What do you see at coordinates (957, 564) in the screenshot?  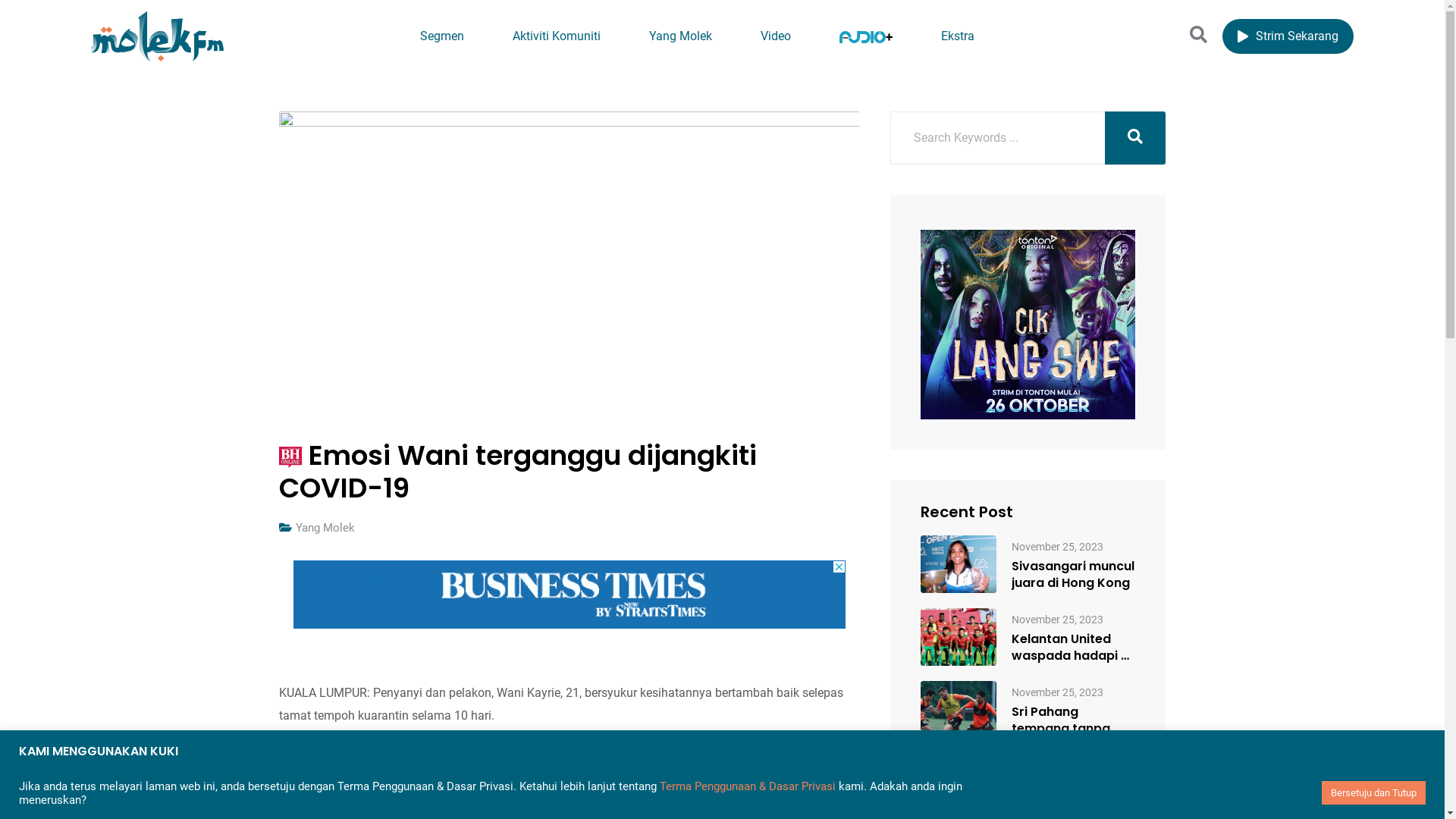 I see `' Sivasangari muncul juara di Hong Kong'` at bounding box center [957, 564].